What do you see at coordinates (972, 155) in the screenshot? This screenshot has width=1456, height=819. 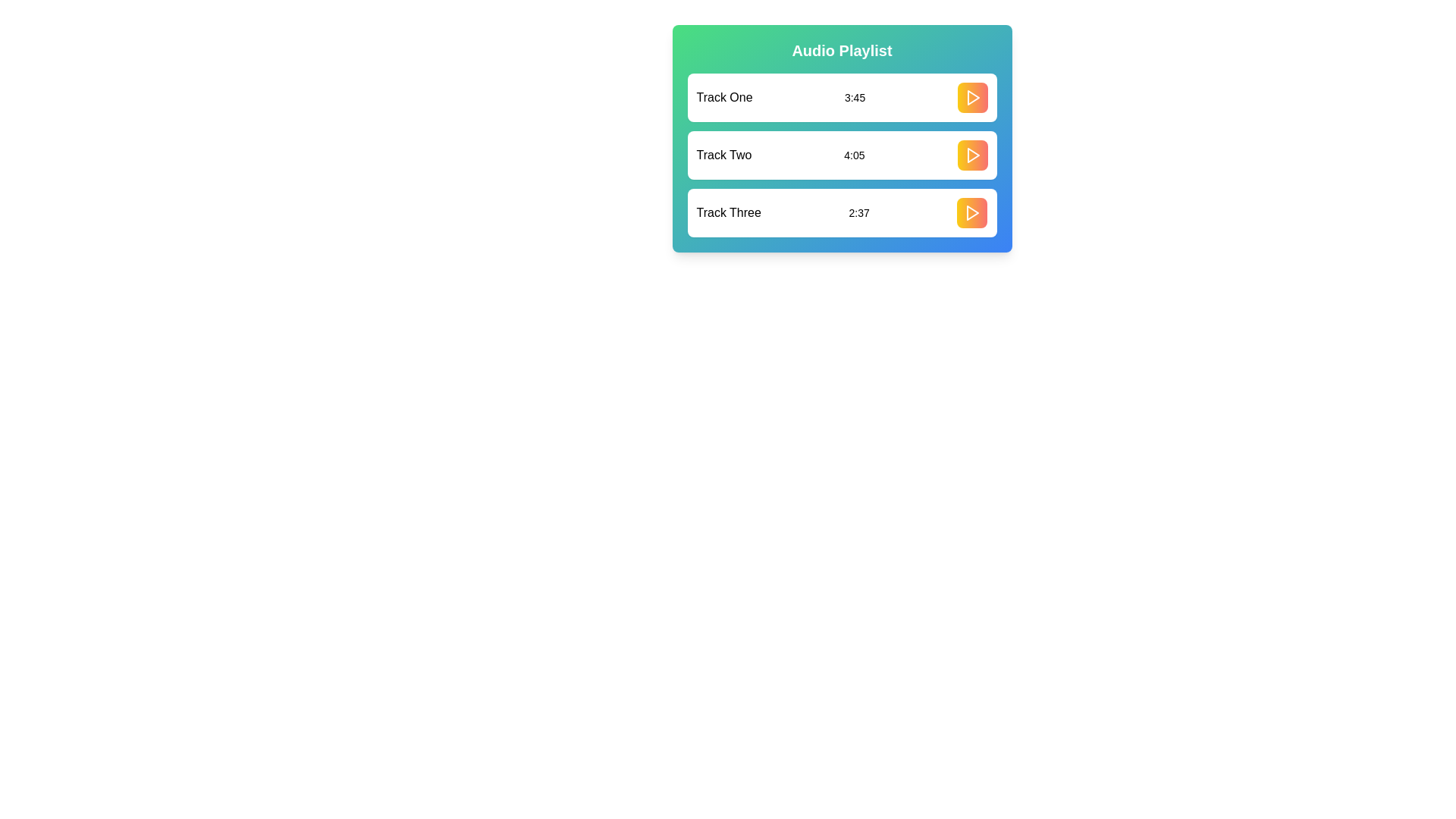 I see `the play button icon, which is a triangular shape within a gradient-filled circular button, located in the second track entry of the tracklist` at bounding box center [972, 155].